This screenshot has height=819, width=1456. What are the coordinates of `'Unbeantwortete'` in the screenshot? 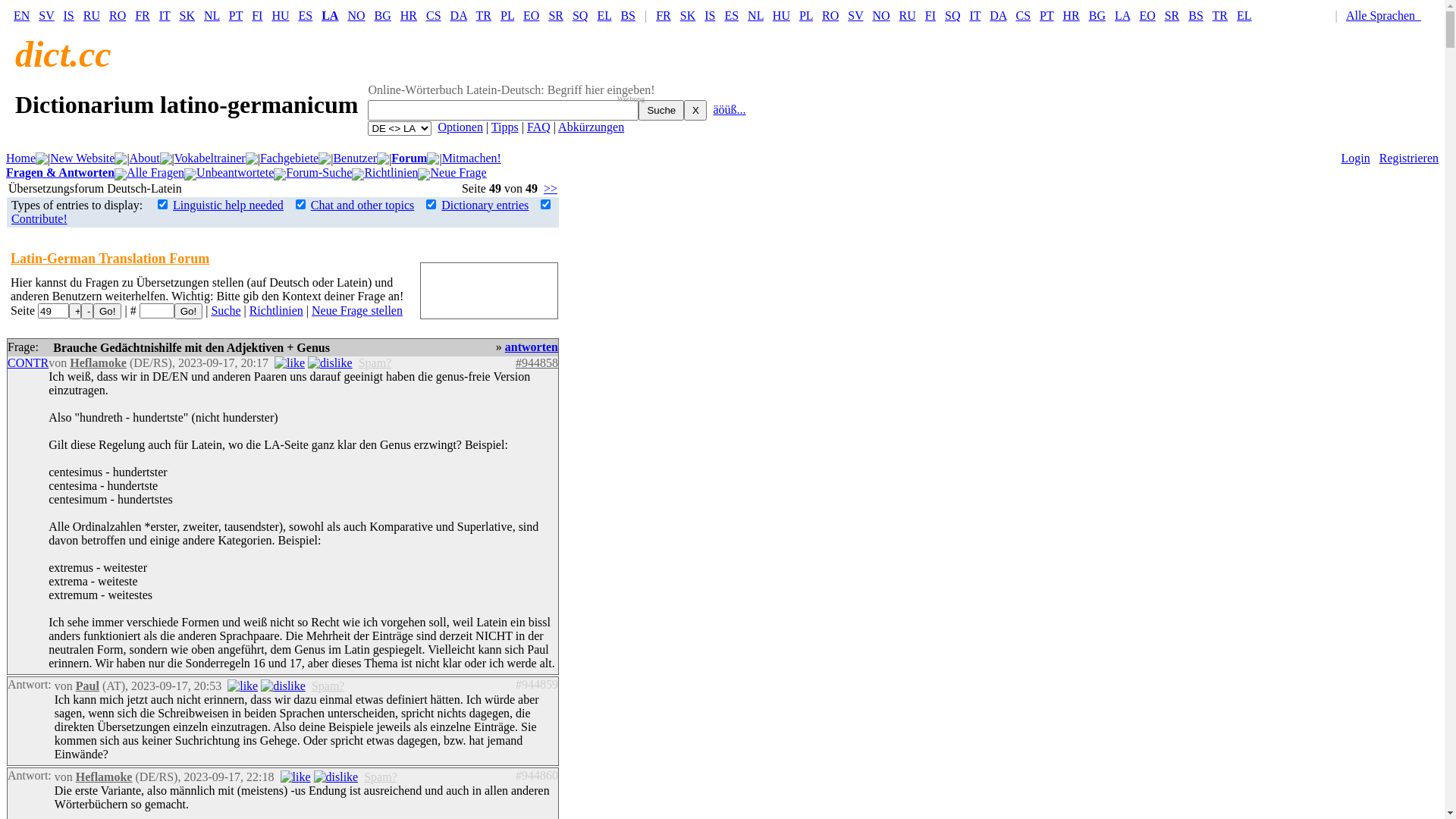 It's located at (234, 171).